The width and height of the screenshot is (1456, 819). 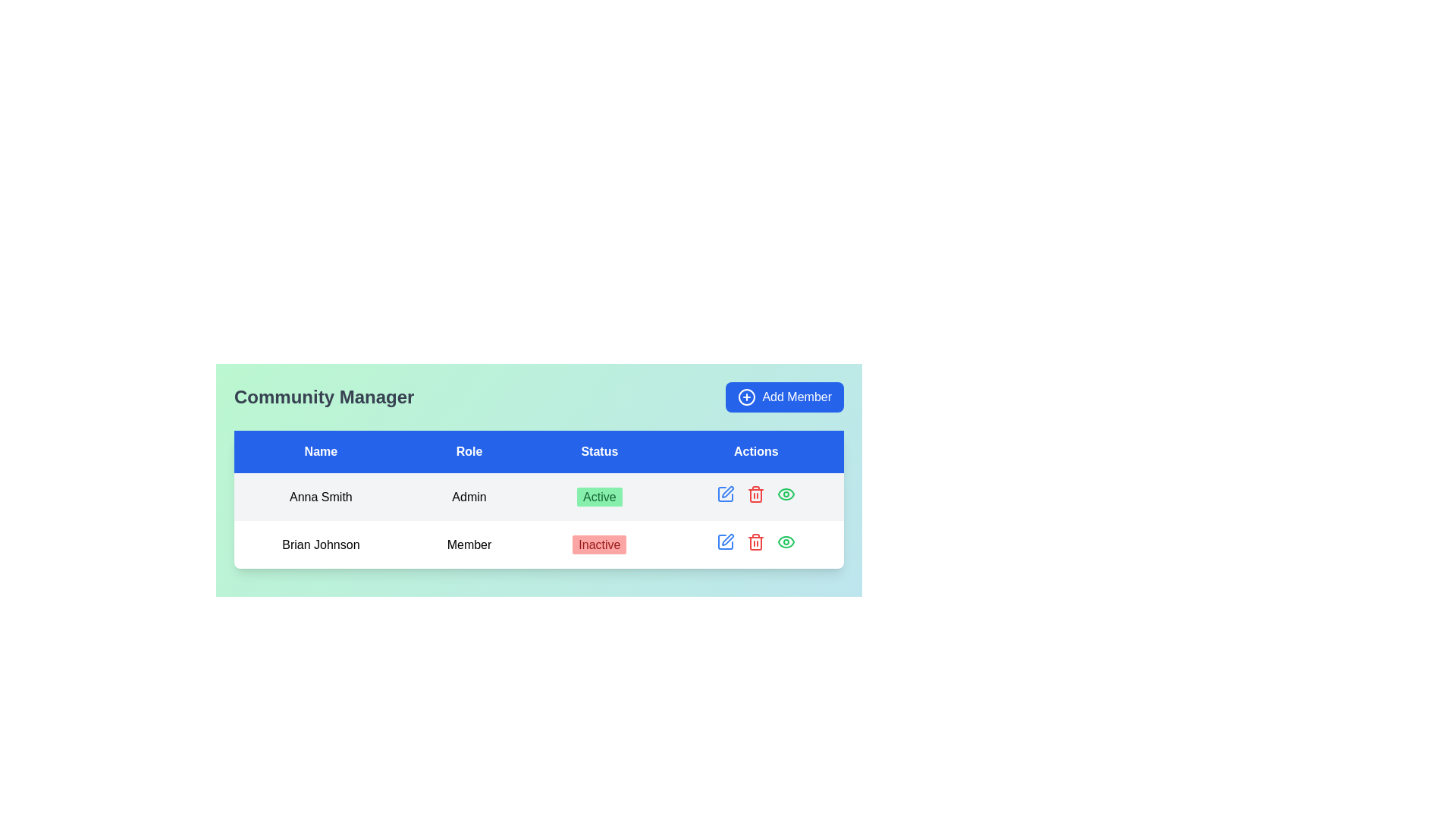 I want to click on the static text label indicating the role of 'Brian Johnson' in the second column under the 'Role' heading of the table, so click(x=469, y=544).